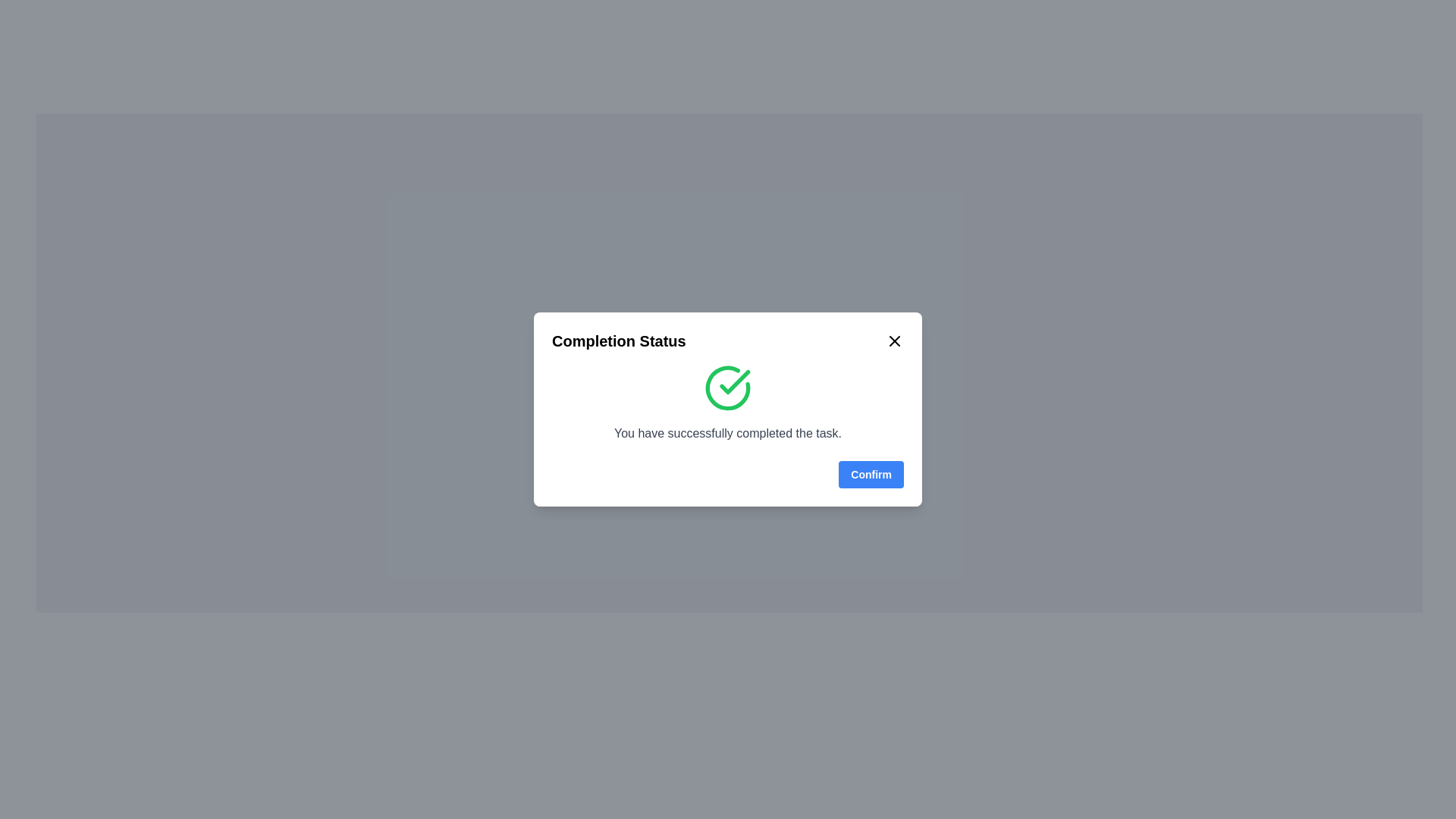 The image size is (1456, 819). What do you see at coordinates (728, 388) in the screenshot?
I see `the green circular checkmark icon, which is located centrally in the dialog box above the message 'You have successfully completed the task.' and below the heading 'Completion Status.'` at bounding box center [728, 388].